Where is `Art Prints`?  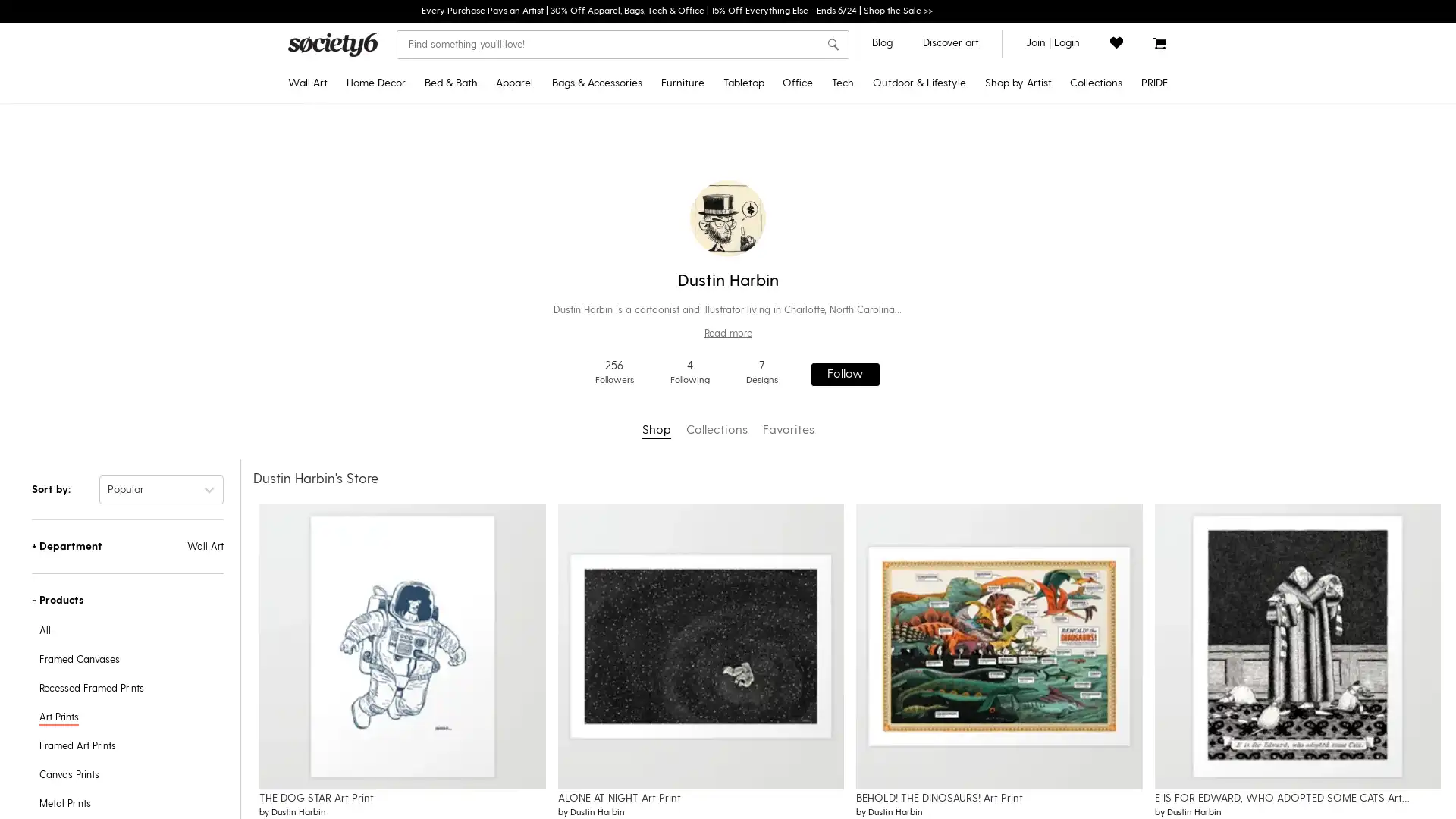
Art Prints is located at coordinates (356, 121).